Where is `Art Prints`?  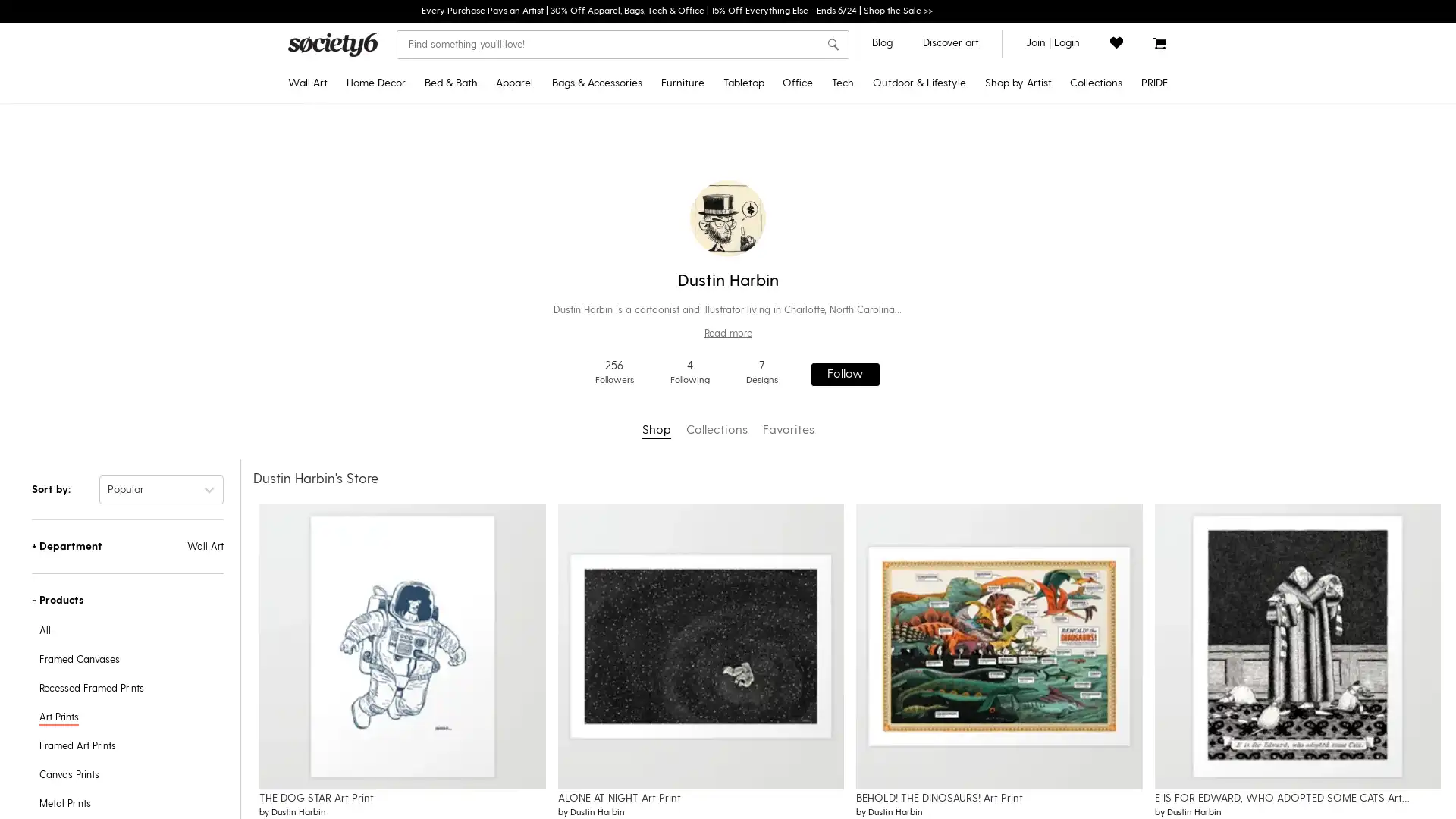
Art Prints is located at coordinates (356, 121).